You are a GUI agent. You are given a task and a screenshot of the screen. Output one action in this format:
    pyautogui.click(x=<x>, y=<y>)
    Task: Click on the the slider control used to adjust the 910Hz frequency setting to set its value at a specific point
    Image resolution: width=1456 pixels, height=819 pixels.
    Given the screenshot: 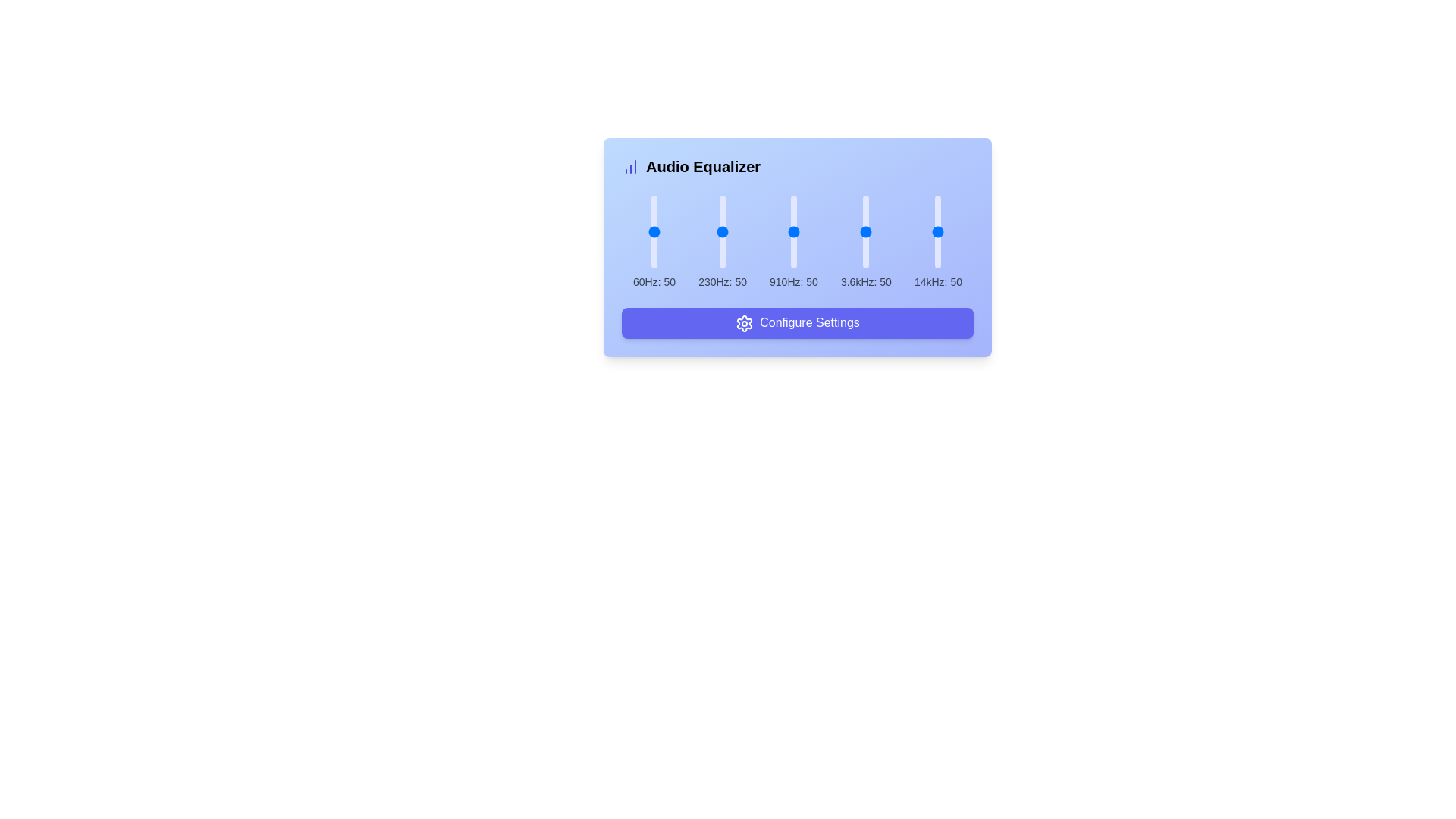 What is the action you would take?
    pyautogui.click(x=792, y=242)
    